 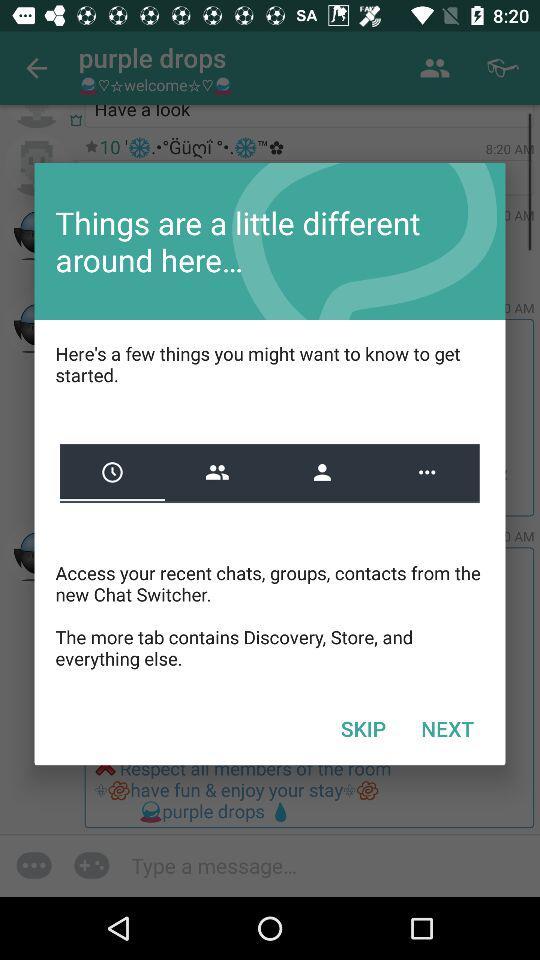 What do you see at coordinates (447, 727) in the screenshot?
I see `the icon next to skip icon` at bounding box center [447, 727].